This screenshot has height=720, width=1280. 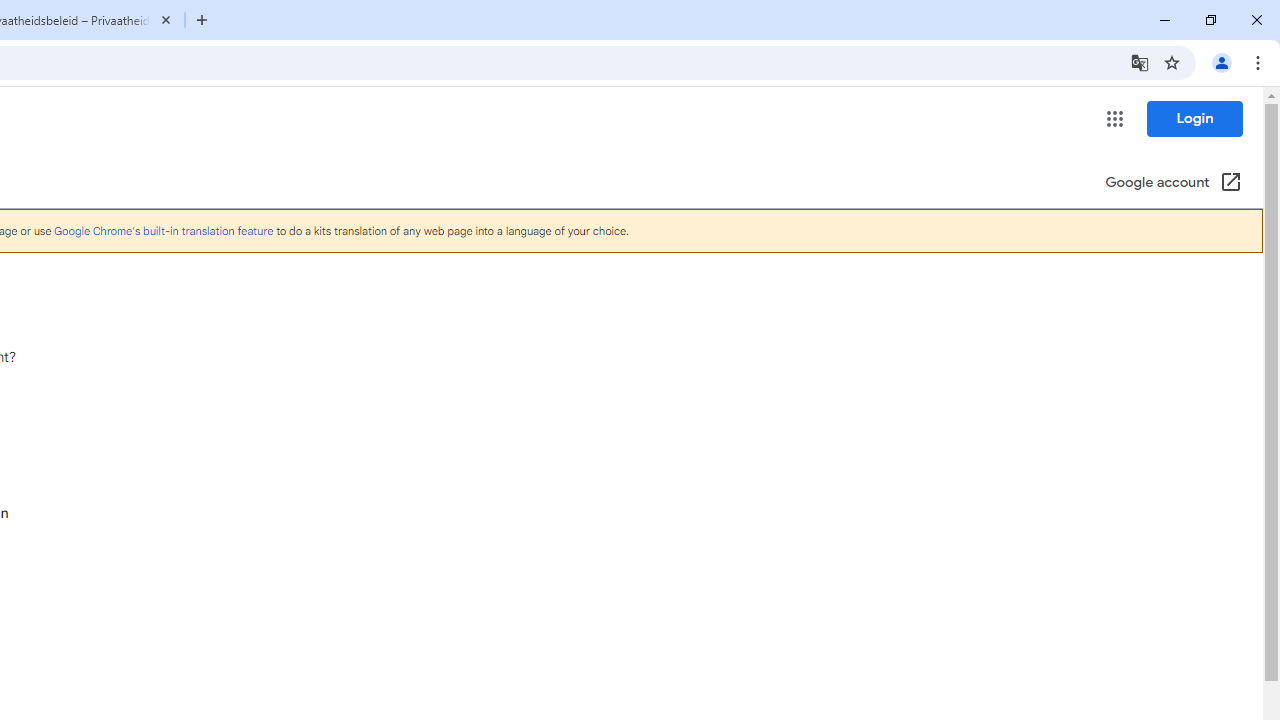 What do you see at coordinates (163, 230) in the screenshot?
I see `'Google Chrome'` at bounding box center [163, 230].